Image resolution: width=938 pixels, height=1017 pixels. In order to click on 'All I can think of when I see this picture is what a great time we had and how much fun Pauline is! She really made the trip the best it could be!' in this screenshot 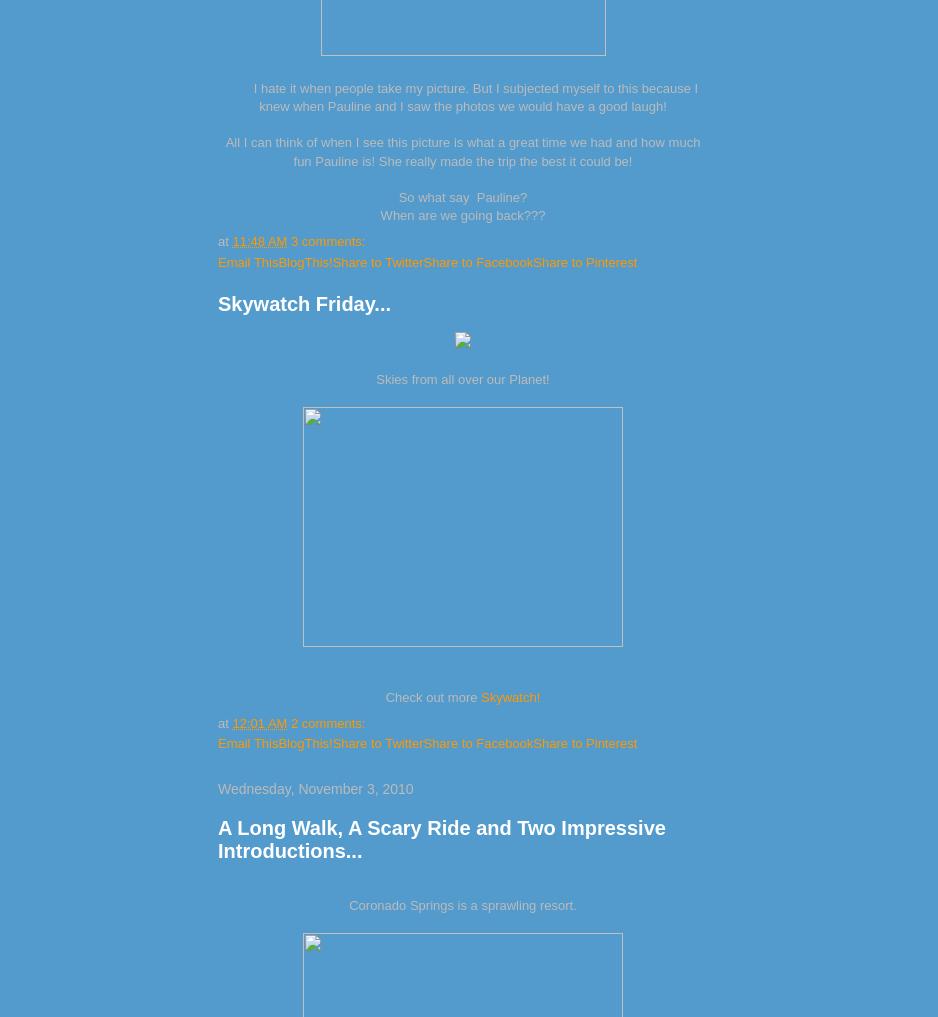, I will do `click(461, 150)`.